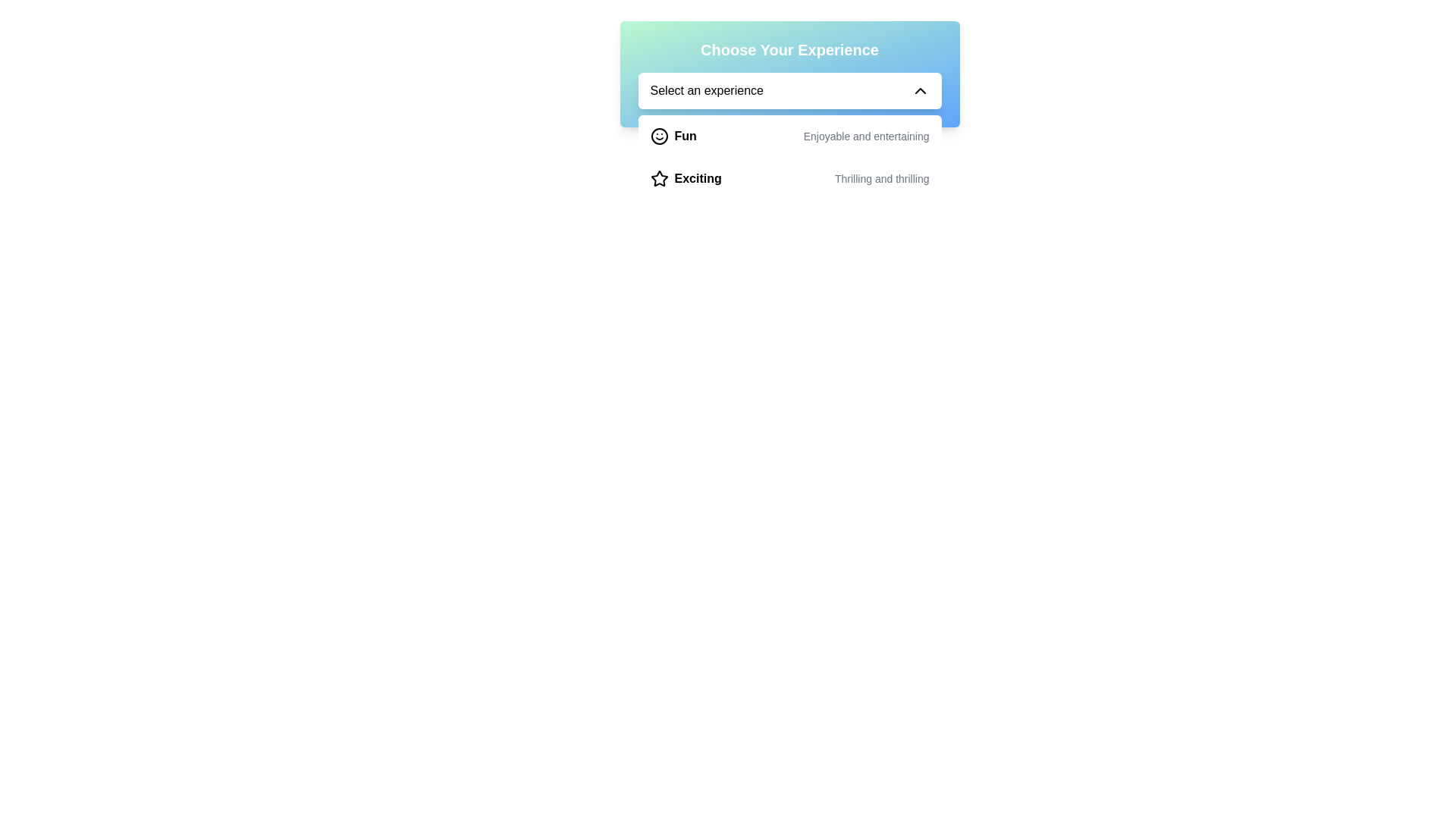  I want to click on the star icon representing the 'Exciting' choice in the dropdown menu, which is located near the text 'Exciting', so click(659, 177).